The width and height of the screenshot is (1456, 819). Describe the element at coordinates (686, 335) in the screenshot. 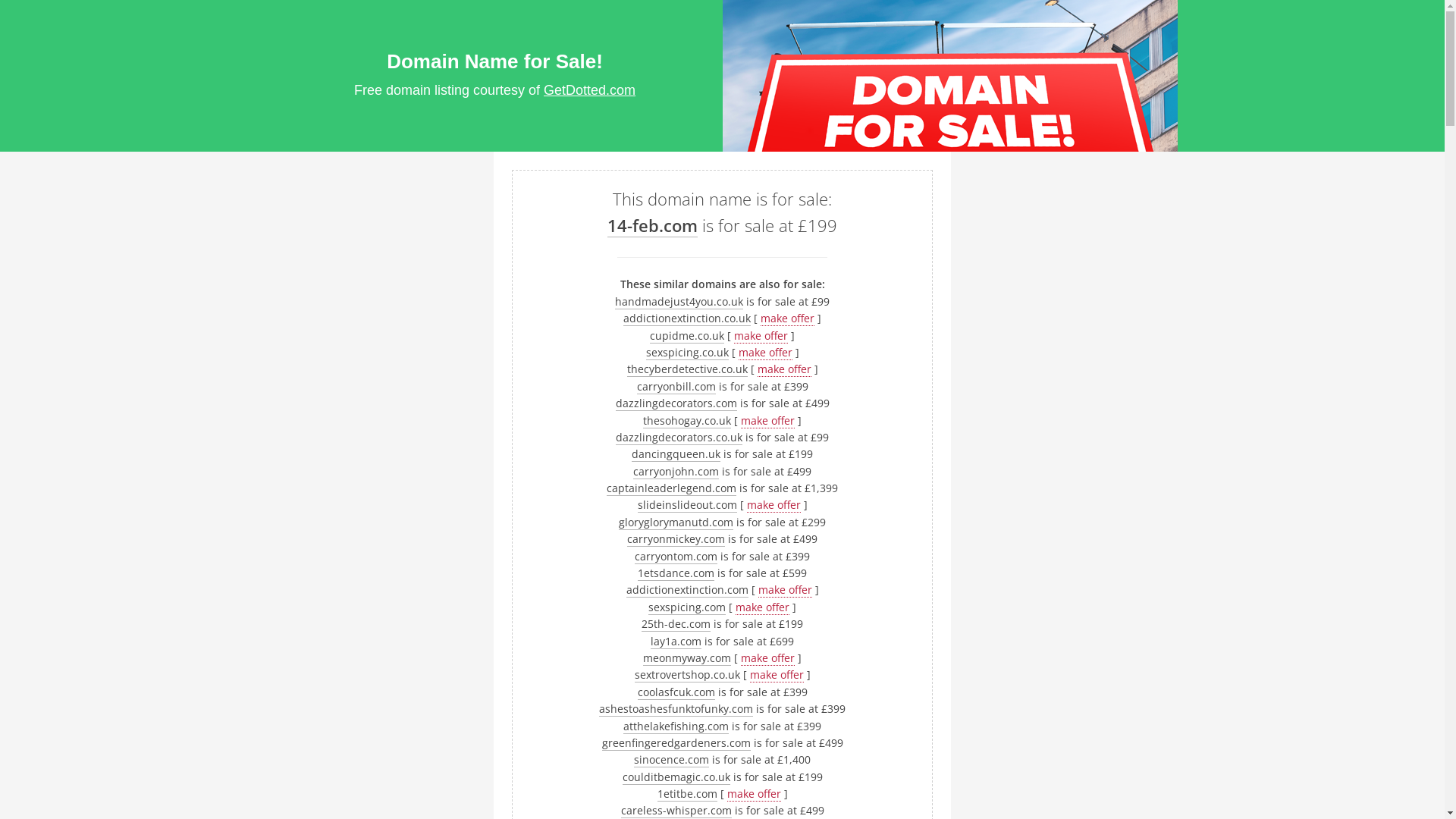

I see `'cupidme.co.uk'` at that location.